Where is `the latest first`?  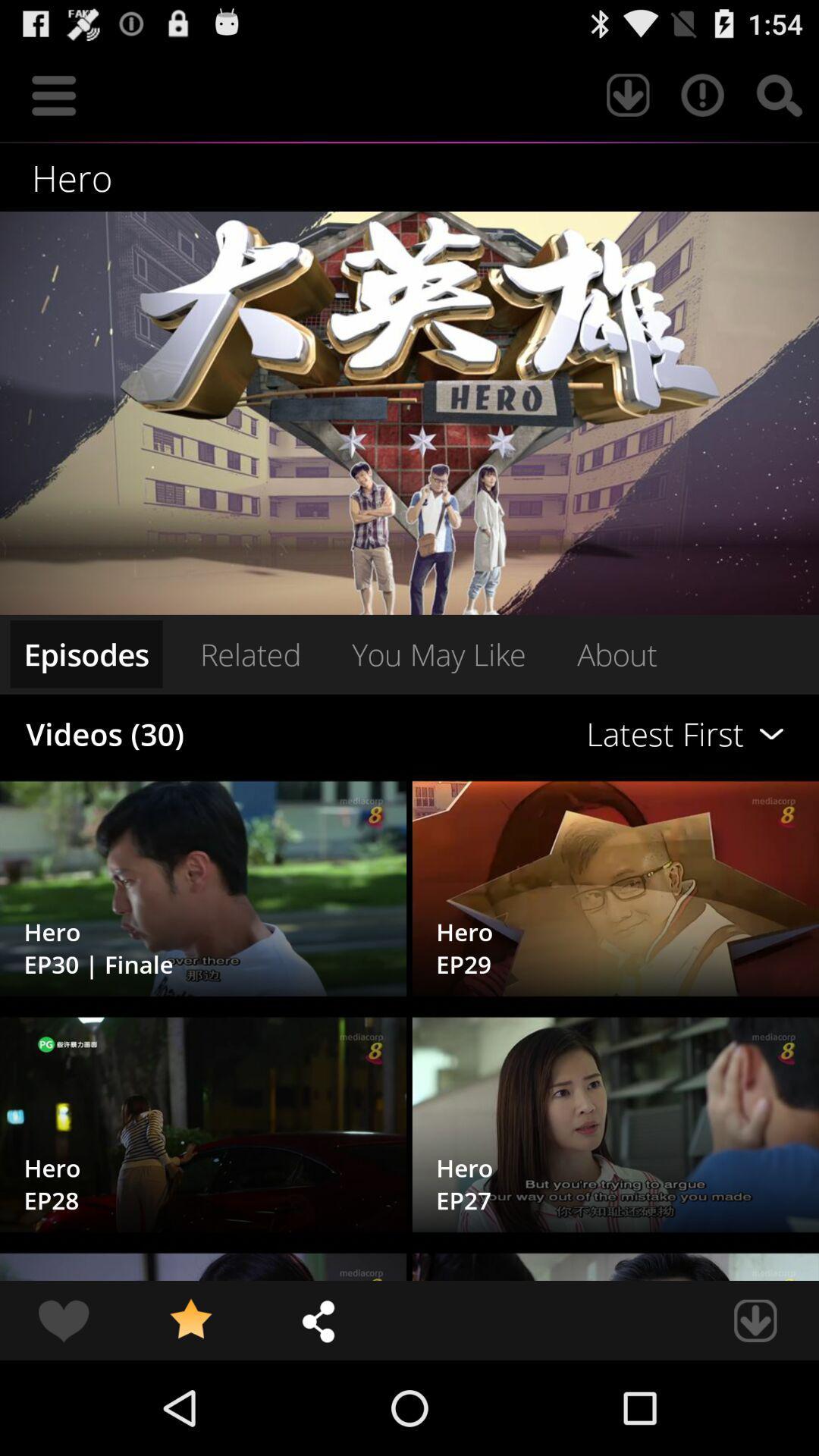 the latest first is located at coordinates (560, 734).